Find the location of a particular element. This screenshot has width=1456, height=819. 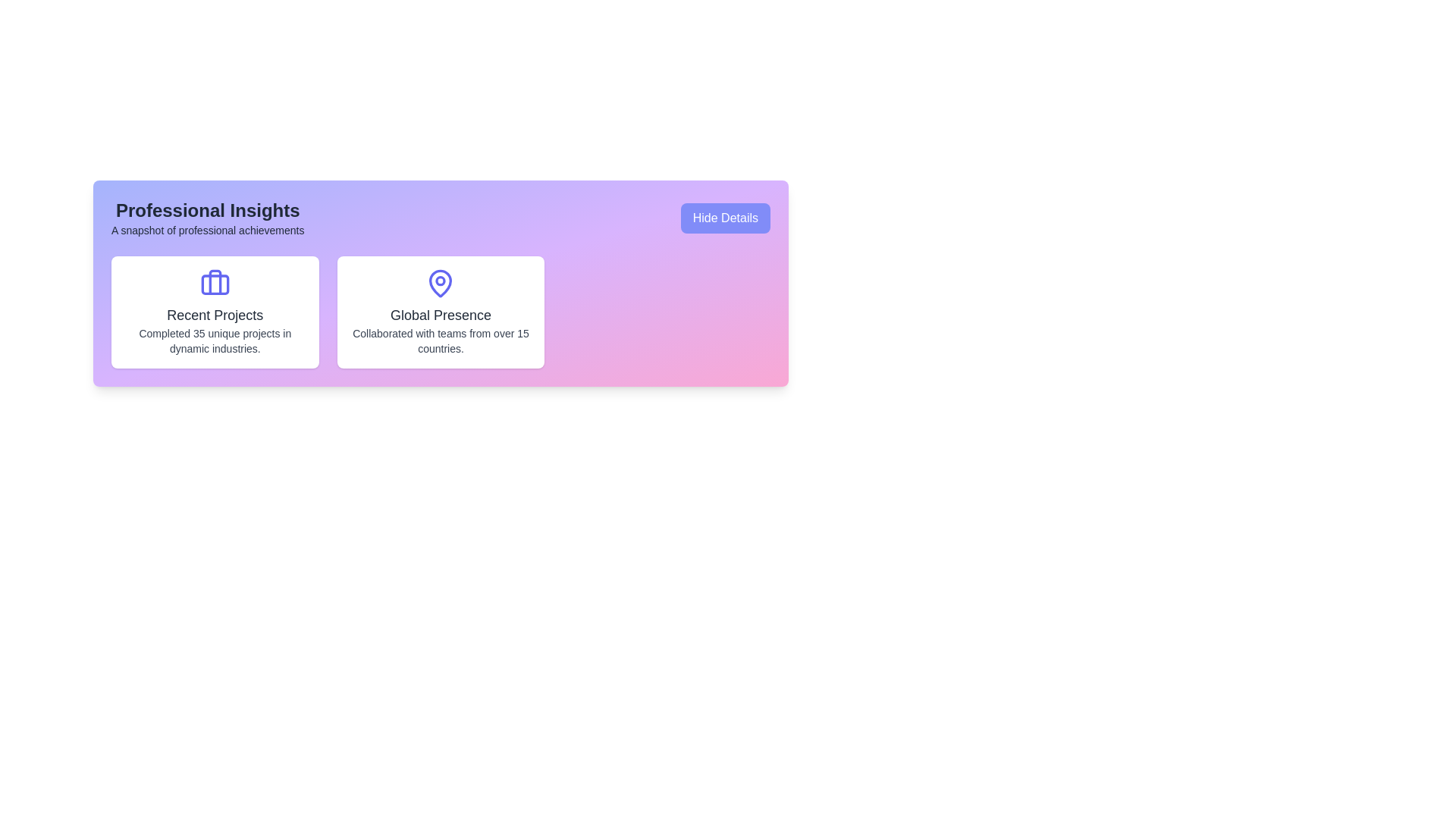

displayed information from the first card in the 'Professional Insights' section that summarizes a user's recent projects and achievements is located at coordinates (214, 312).